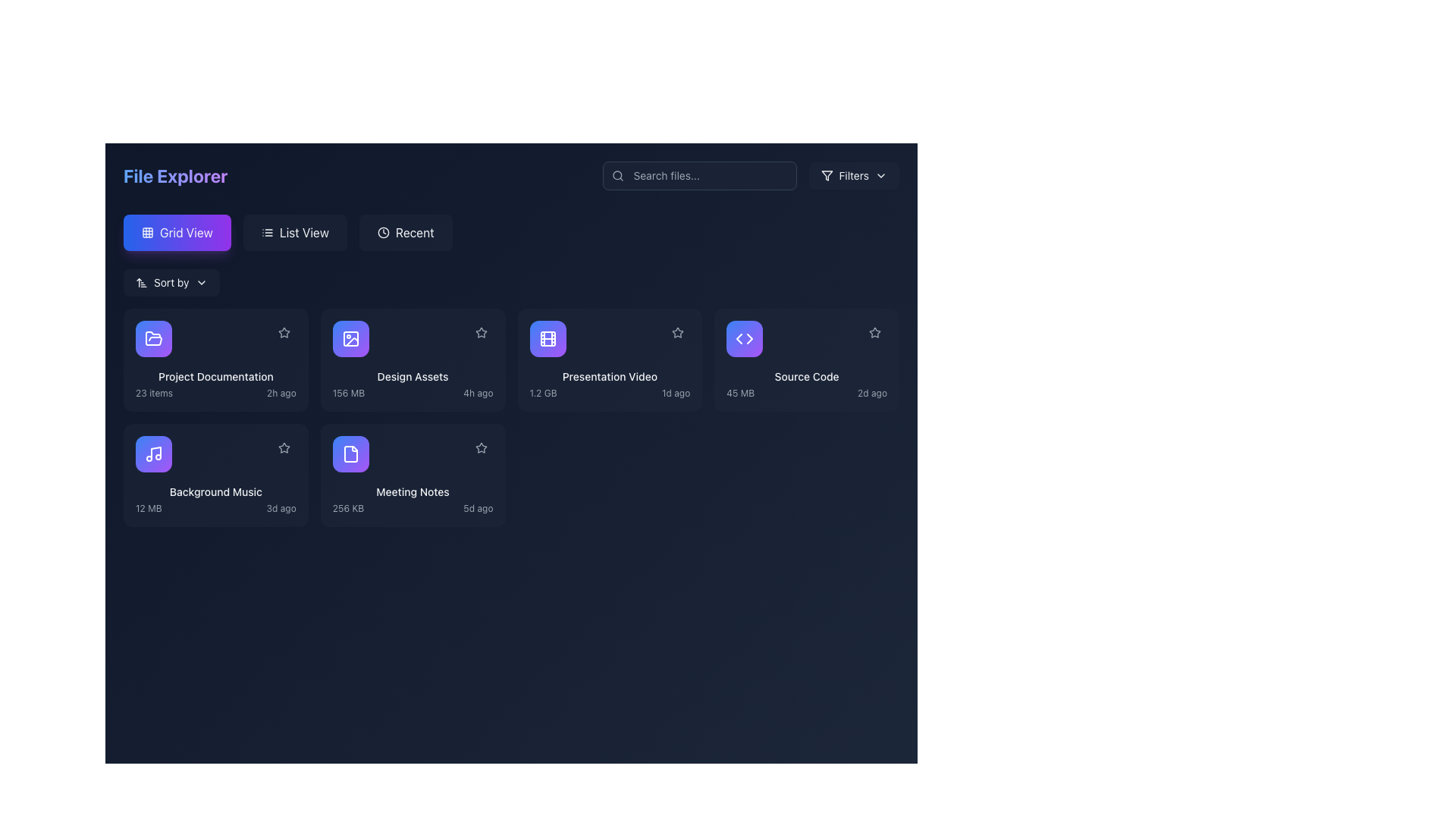 The image size is (1456, 819). I want to click on the 'Meeting Notes' file icon, which is a light purple gradient document-shaped icon located in the second row and second column of the 'File Explorer' grid view layout, so click(350, 453).